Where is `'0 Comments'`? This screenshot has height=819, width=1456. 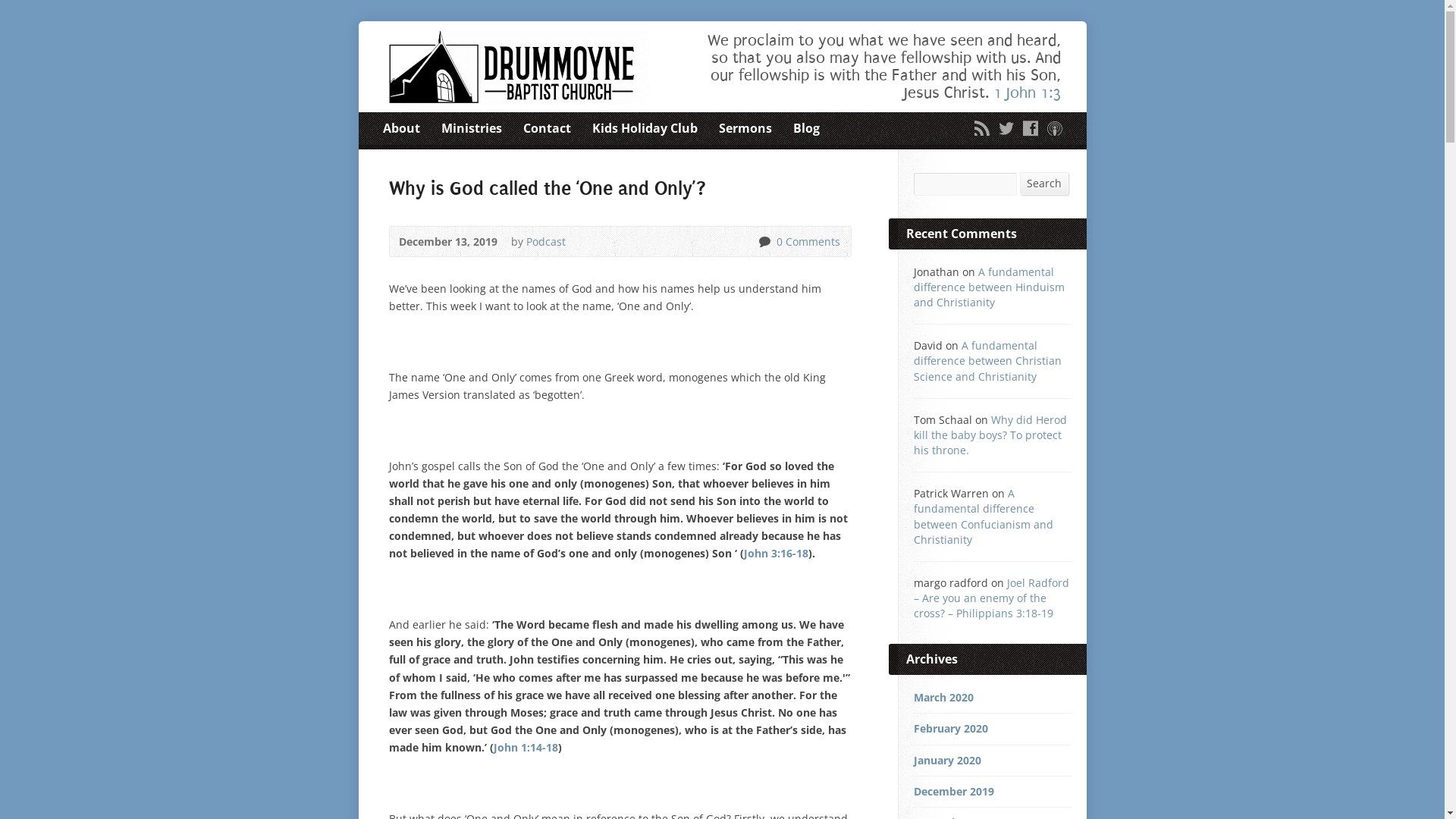 '0 Comments' is located at coordinates (764, 240).